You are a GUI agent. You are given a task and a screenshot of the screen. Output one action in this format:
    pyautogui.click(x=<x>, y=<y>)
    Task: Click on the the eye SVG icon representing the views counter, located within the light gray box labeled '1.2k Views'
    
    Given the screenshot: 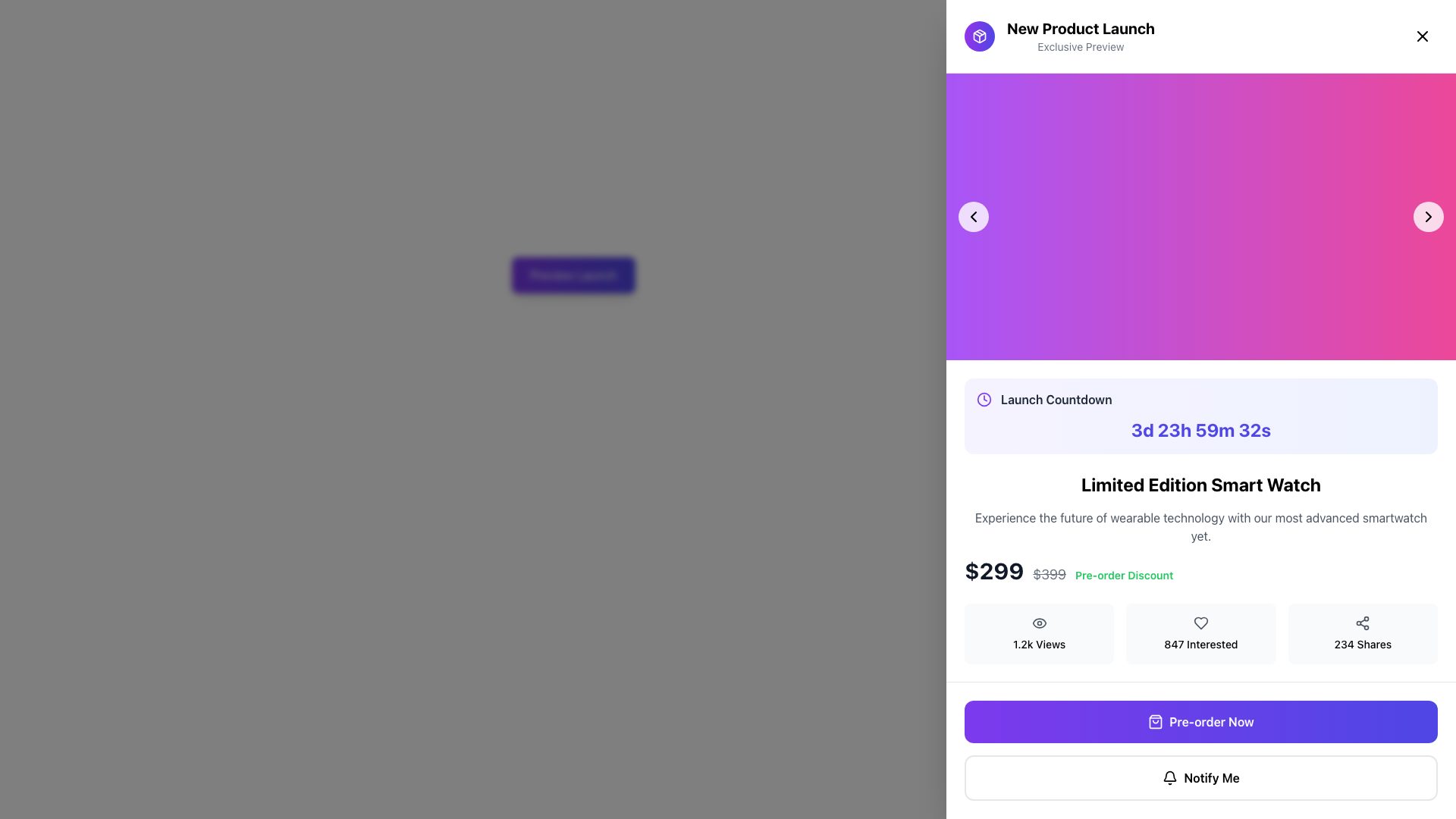 What is the action you would take?
    pyautogui.click(x=1038, y=623)
    